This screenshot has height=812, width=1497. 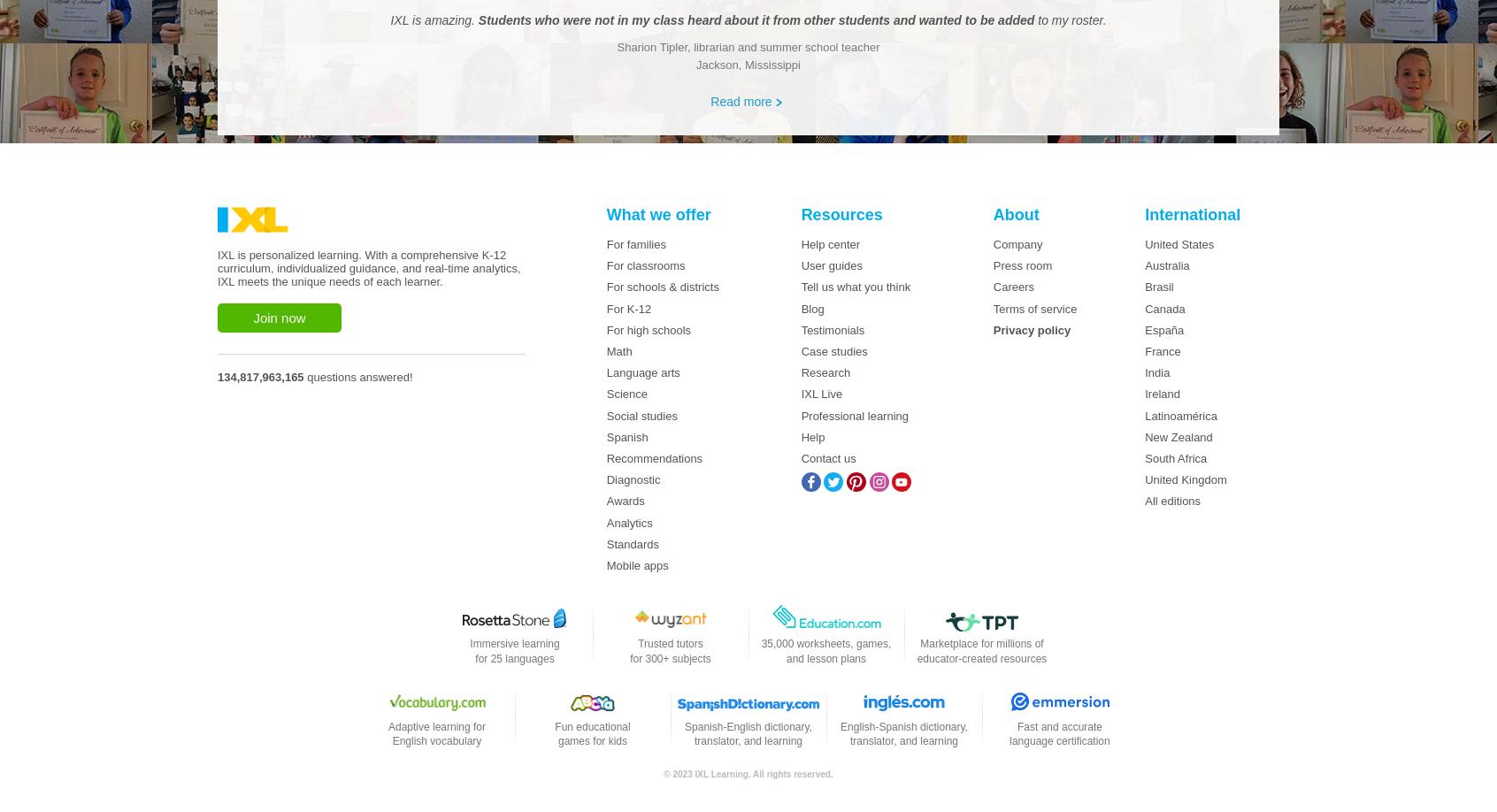 I want to click on 'English-Spanish dictionary,', so click(x=902, y=725).